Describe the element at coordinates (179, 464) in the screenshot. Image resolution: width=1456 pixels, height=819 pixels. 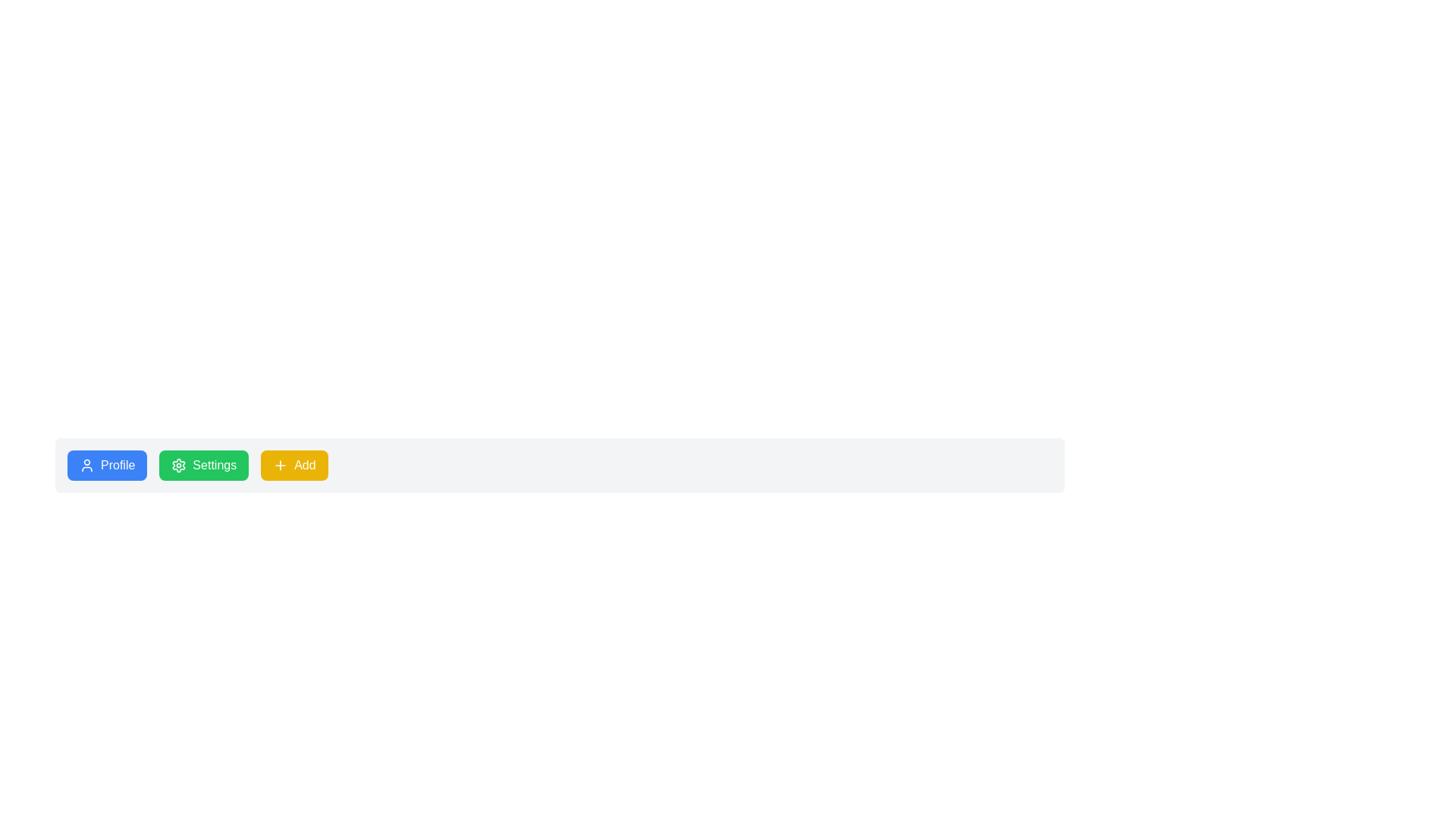
I see `the settings icon with a green background, located between the profile button (blue) and the add button (yellow)` at that location.